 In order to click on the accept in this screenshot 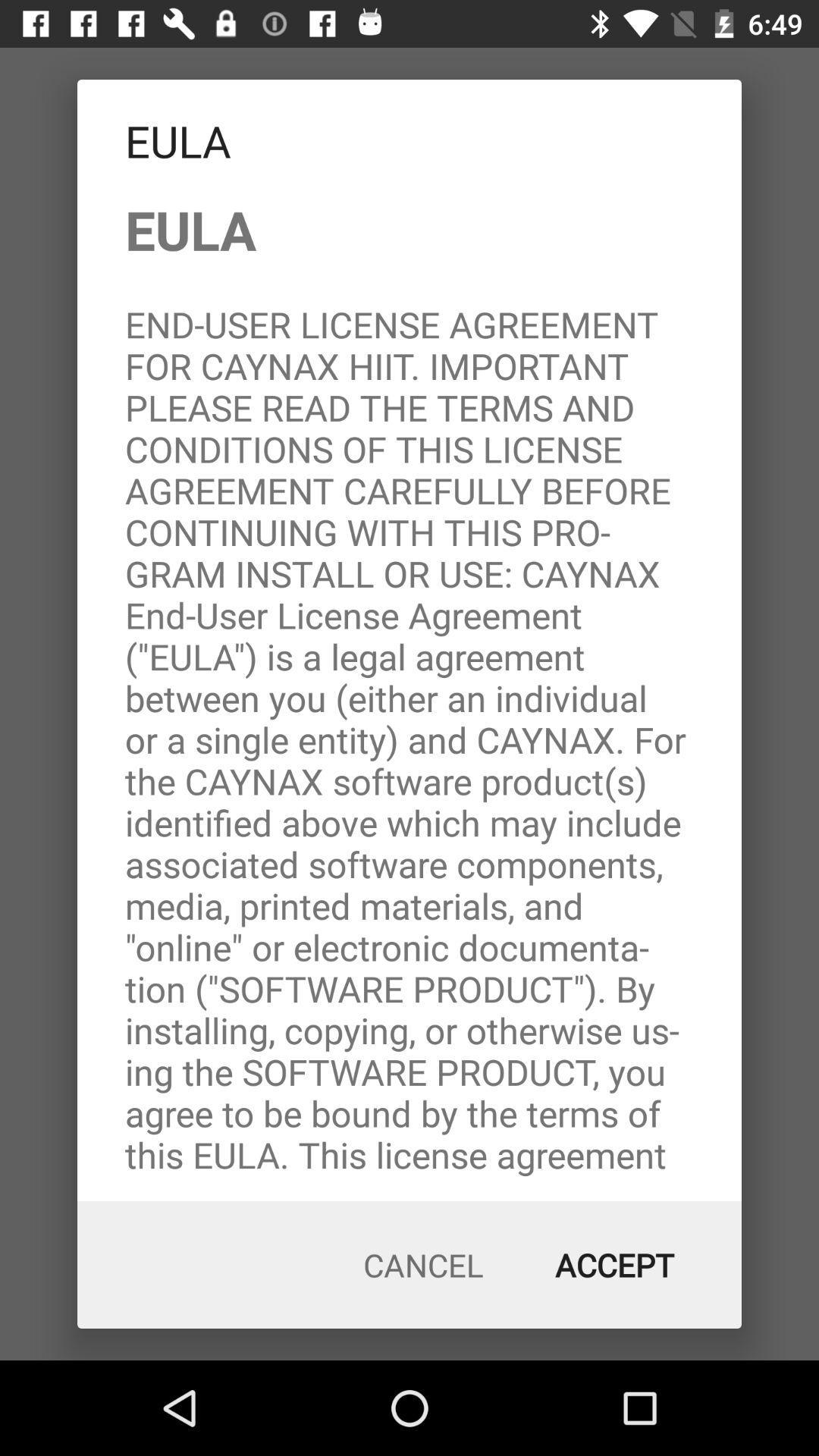, I will do `click(614, 1265)`.